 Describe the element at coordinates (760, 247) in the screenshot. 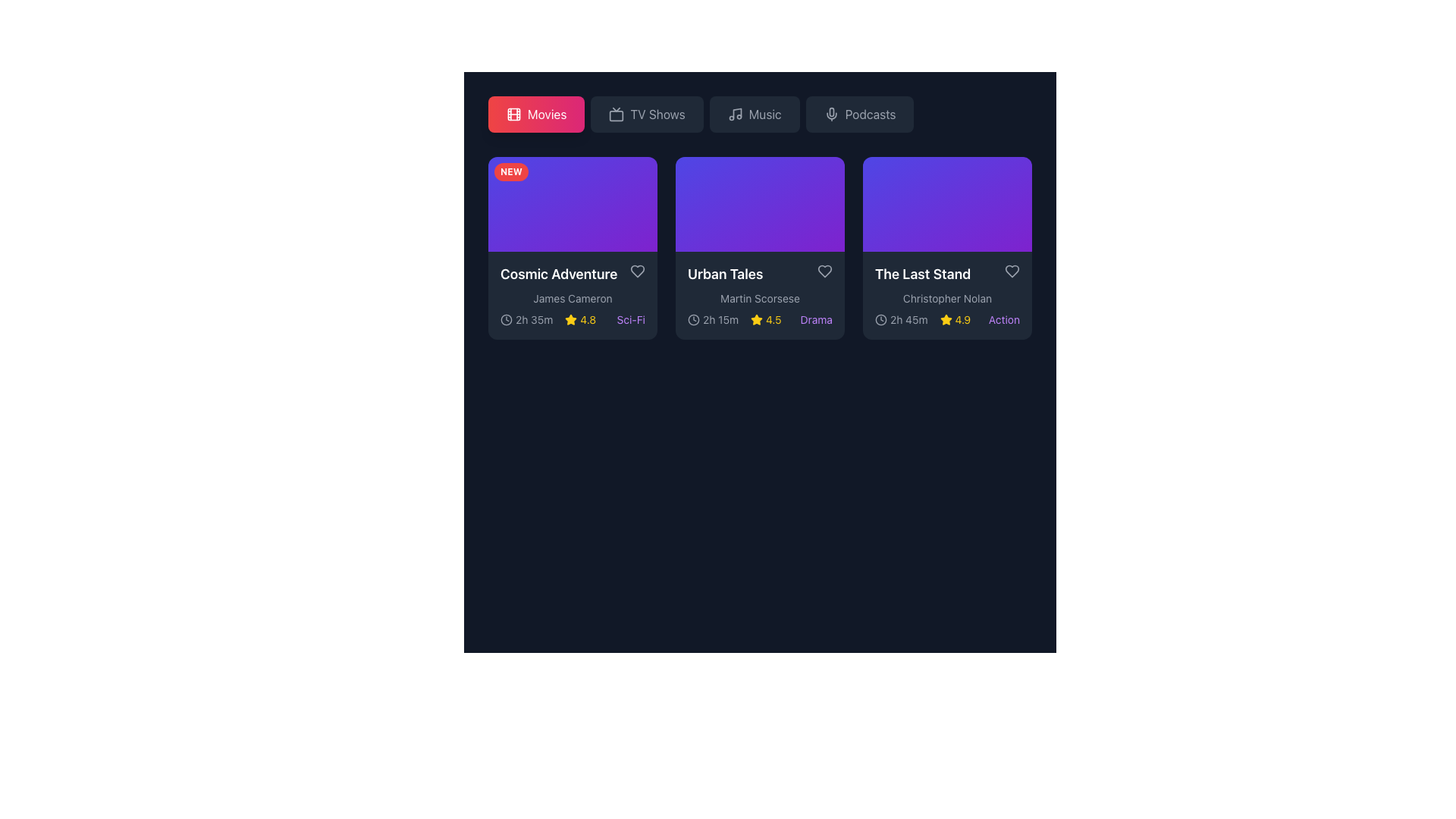

I see `the second card displaying the movie 'Urban Tales' directed by Martin Scorsese, which has a purple gradient background and textual content at the bottom` at that location.